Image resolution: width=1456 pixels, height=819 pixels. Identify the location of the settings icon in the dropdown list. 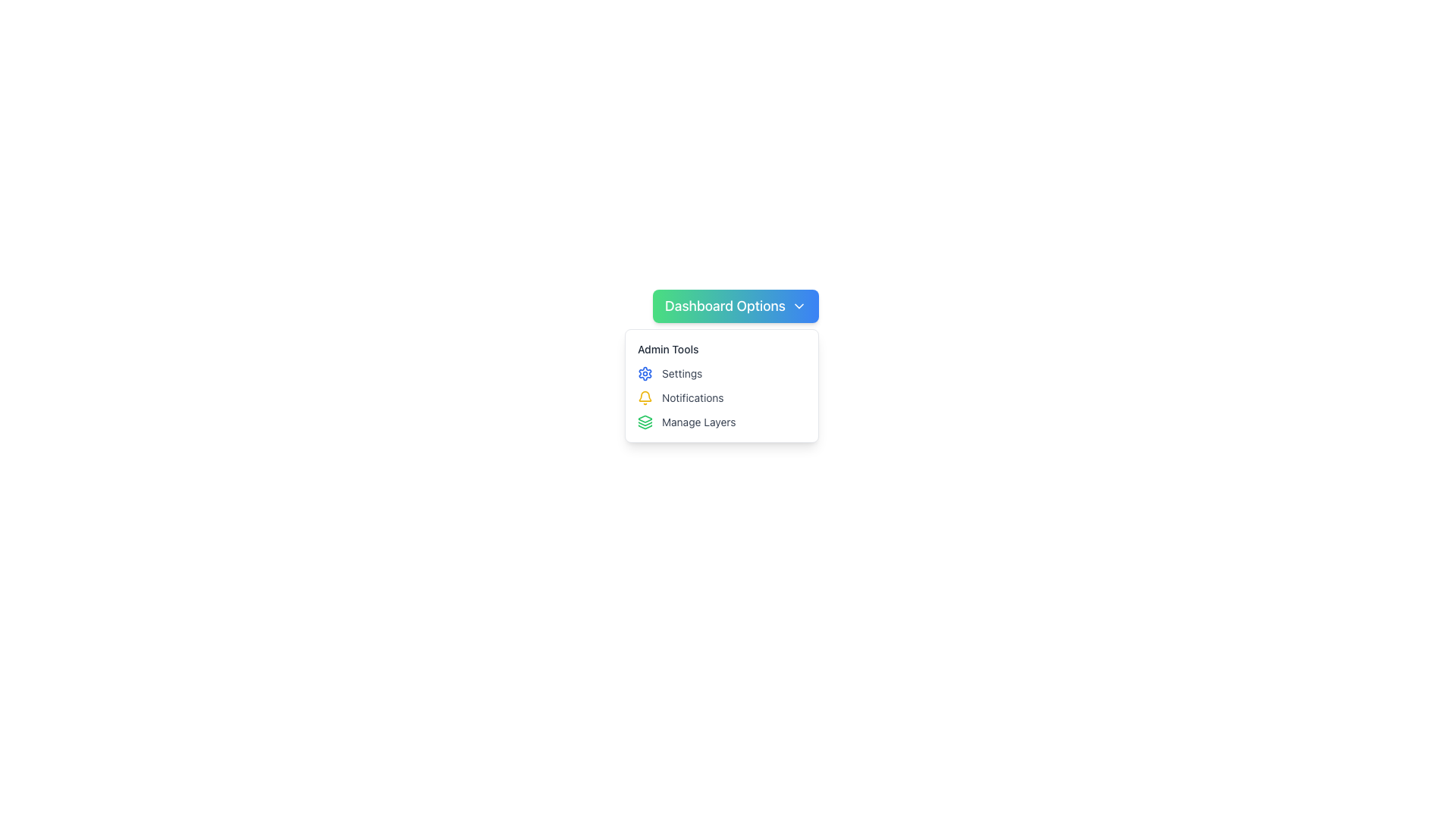
(645, 374).